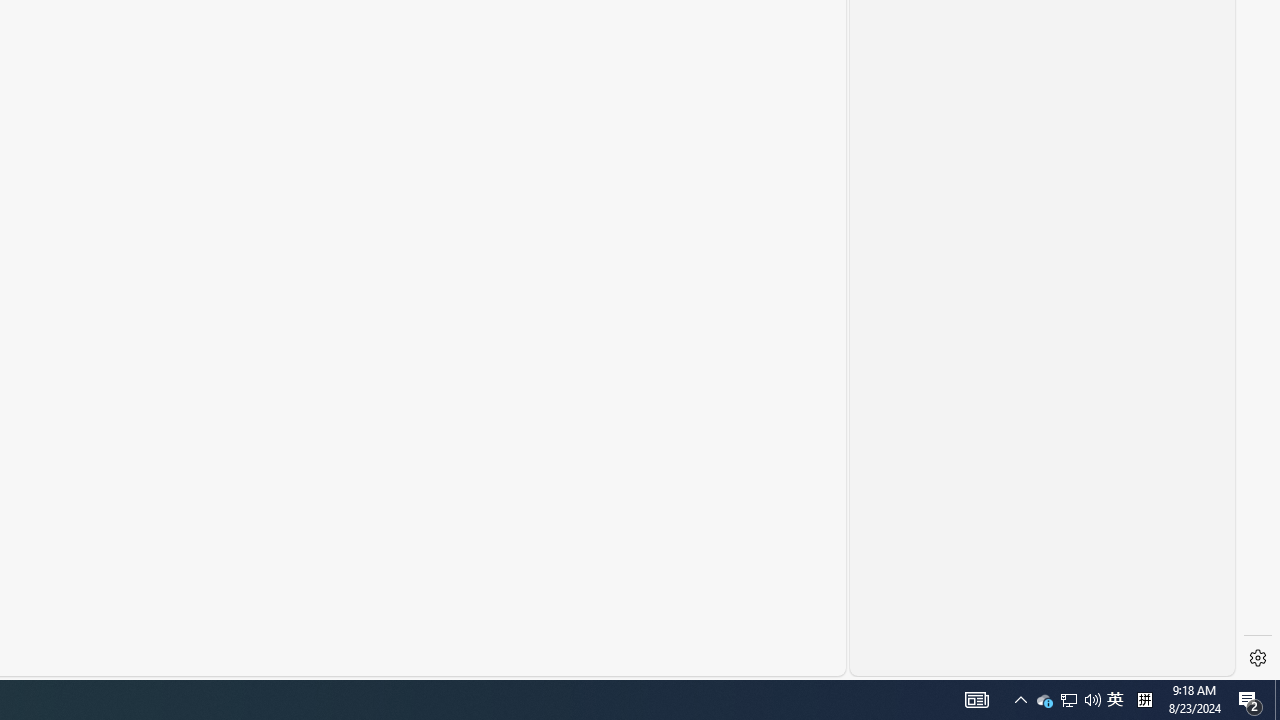  I want to click on 'Tray Input Indicator - Chinese (Simplified, China)', so click(1144, 698).